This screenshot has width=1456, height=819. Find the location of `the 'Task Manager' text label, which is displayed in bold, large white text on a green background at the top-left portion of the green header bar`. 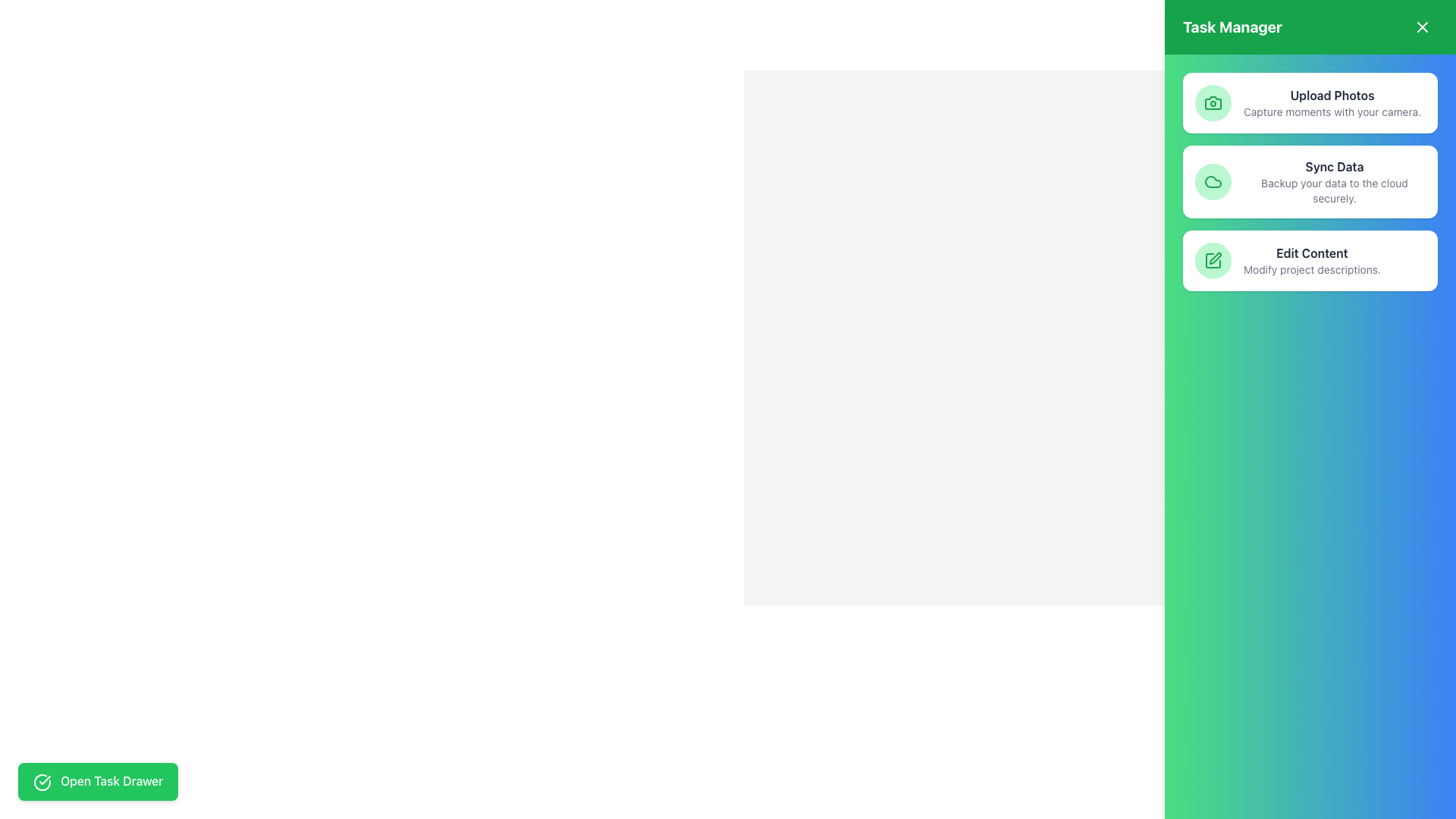

the 'Task Manager' text label, which is displayed in bold, large white text on a green background at the top-left portion of the green header bar is located at coordinates (1232, 27).